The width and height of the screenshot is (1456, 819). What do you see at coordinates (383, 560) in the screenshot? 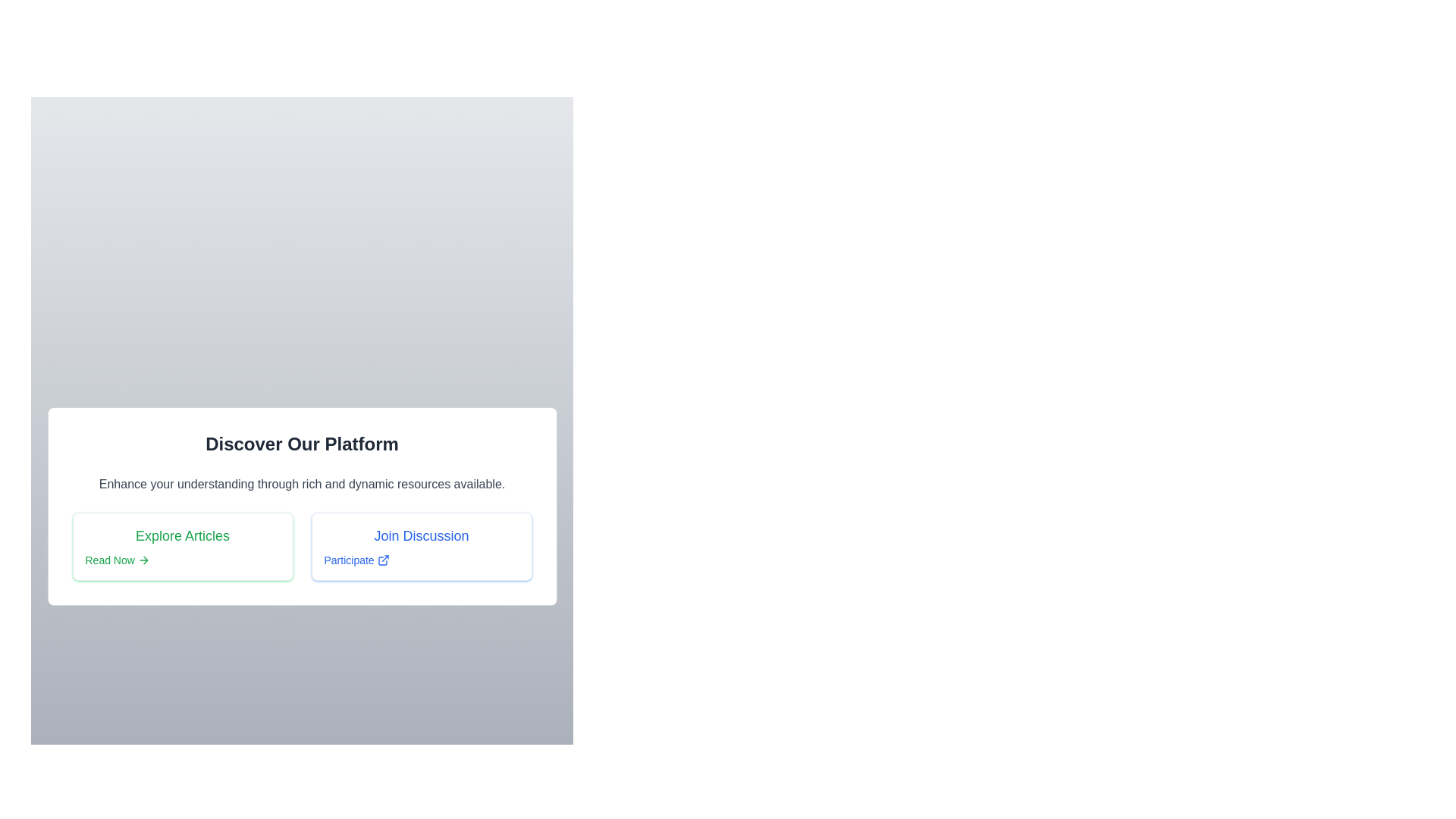
I see `the external link icon located to the right of the 'Participate' text in the 'Join Discussion' section` at bounding box center [383, 560].